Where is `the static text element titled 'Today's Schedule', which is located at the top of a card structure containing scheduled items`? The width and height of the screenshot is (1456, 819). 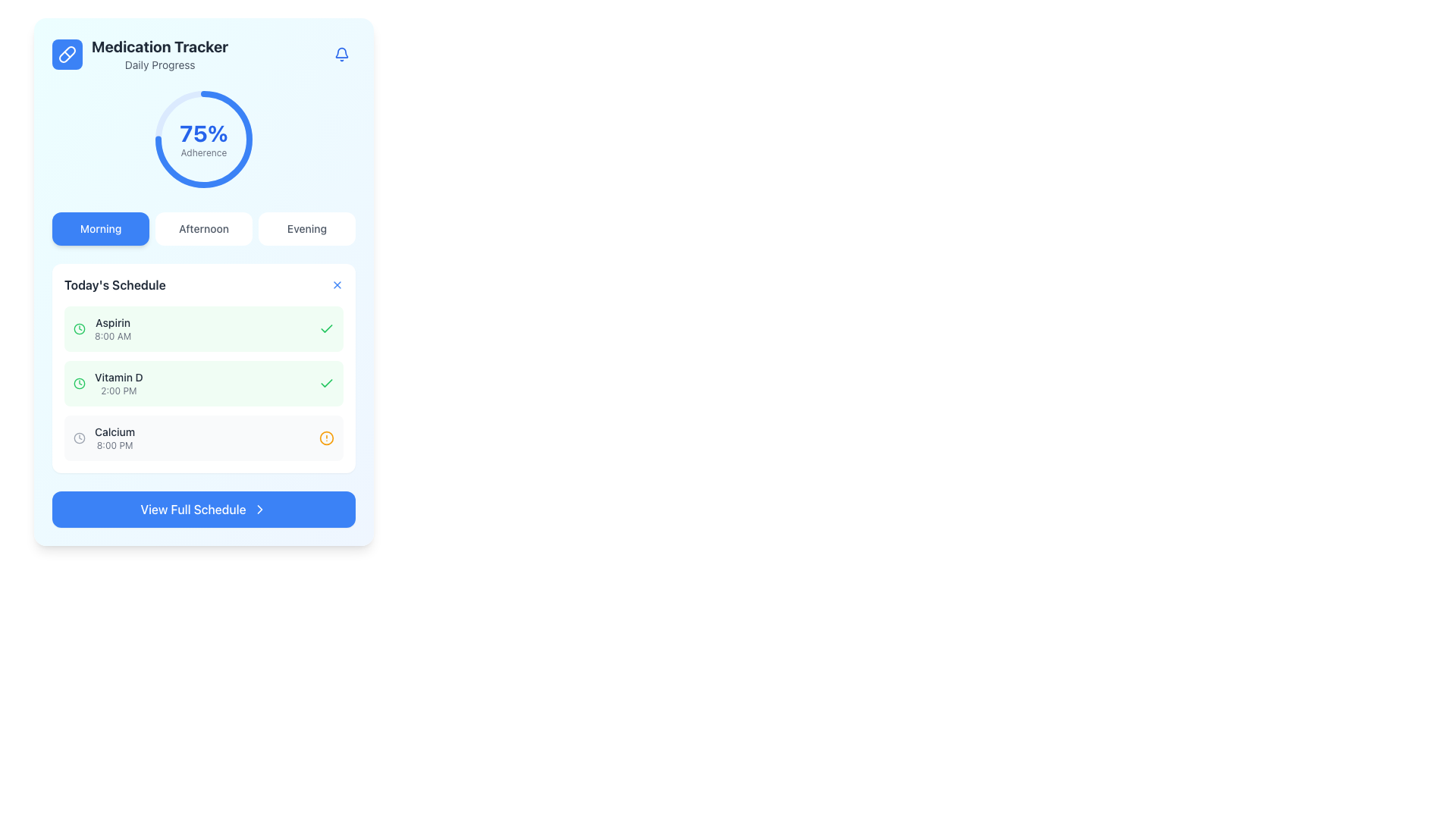 the static text element titled 'Today's Schedule', which is located at the top of a card structure containing scheduled items is located at coordinates (114, 284).